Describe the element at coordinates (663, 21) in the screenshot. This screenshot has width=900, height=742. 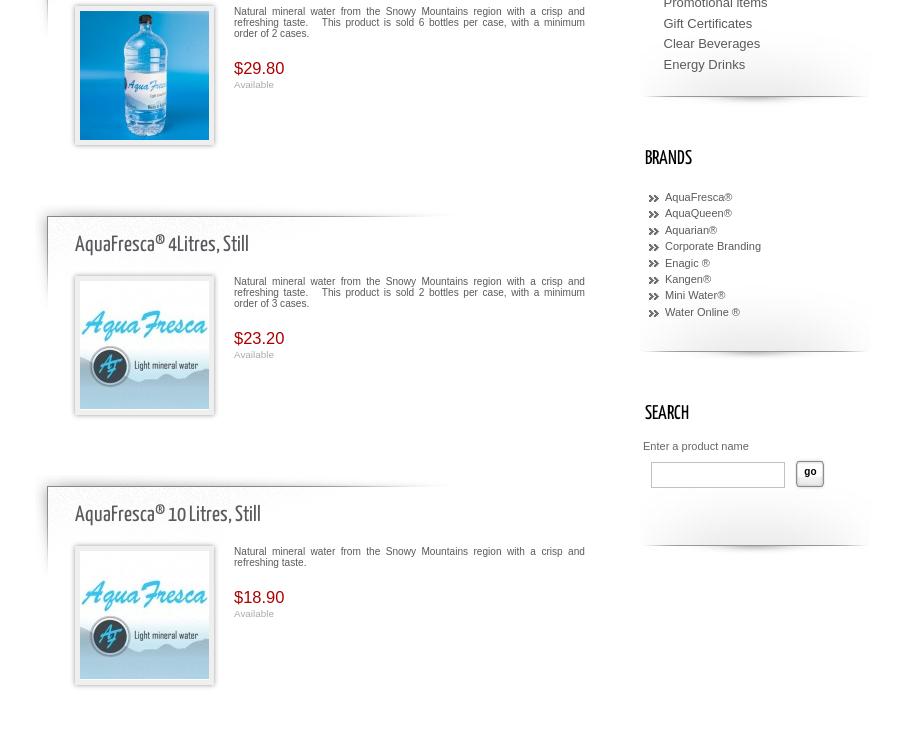
I see `'Gift Certificates'` at that location.